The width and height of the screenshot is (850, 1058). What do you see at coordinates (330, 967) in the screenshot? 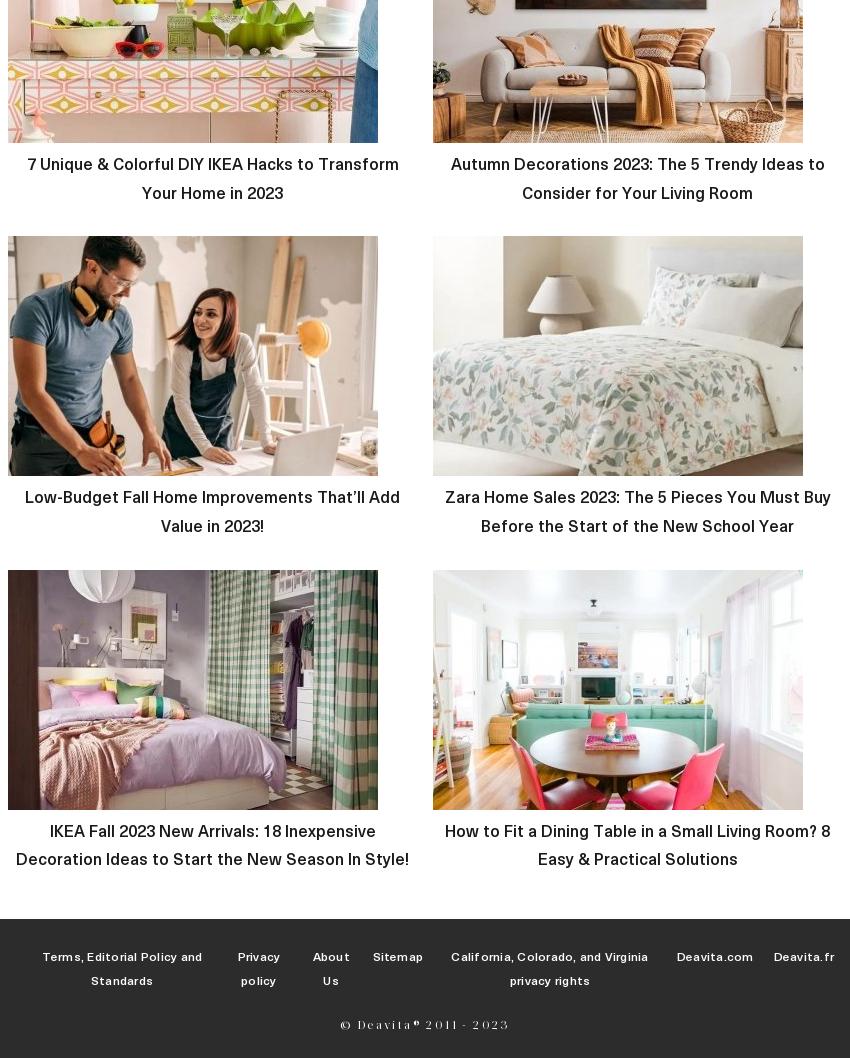
I see `'About Us'` at bounding box center [330, 967].